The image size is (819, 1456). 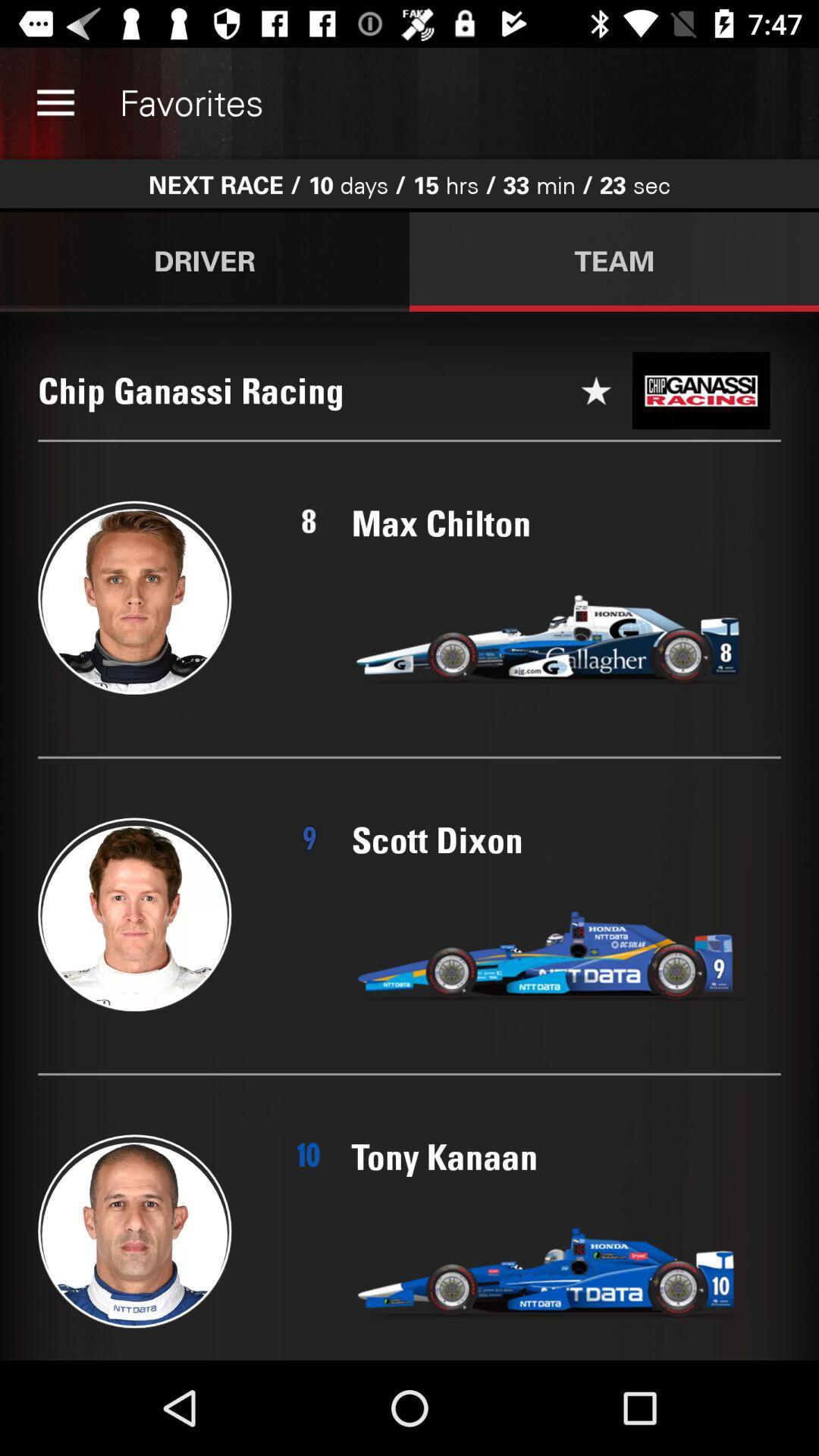 What do you see at coordinates (55, 102) in the screenshot?
I see `item to the left of the favorites icon` at bounding box center [55, 102].